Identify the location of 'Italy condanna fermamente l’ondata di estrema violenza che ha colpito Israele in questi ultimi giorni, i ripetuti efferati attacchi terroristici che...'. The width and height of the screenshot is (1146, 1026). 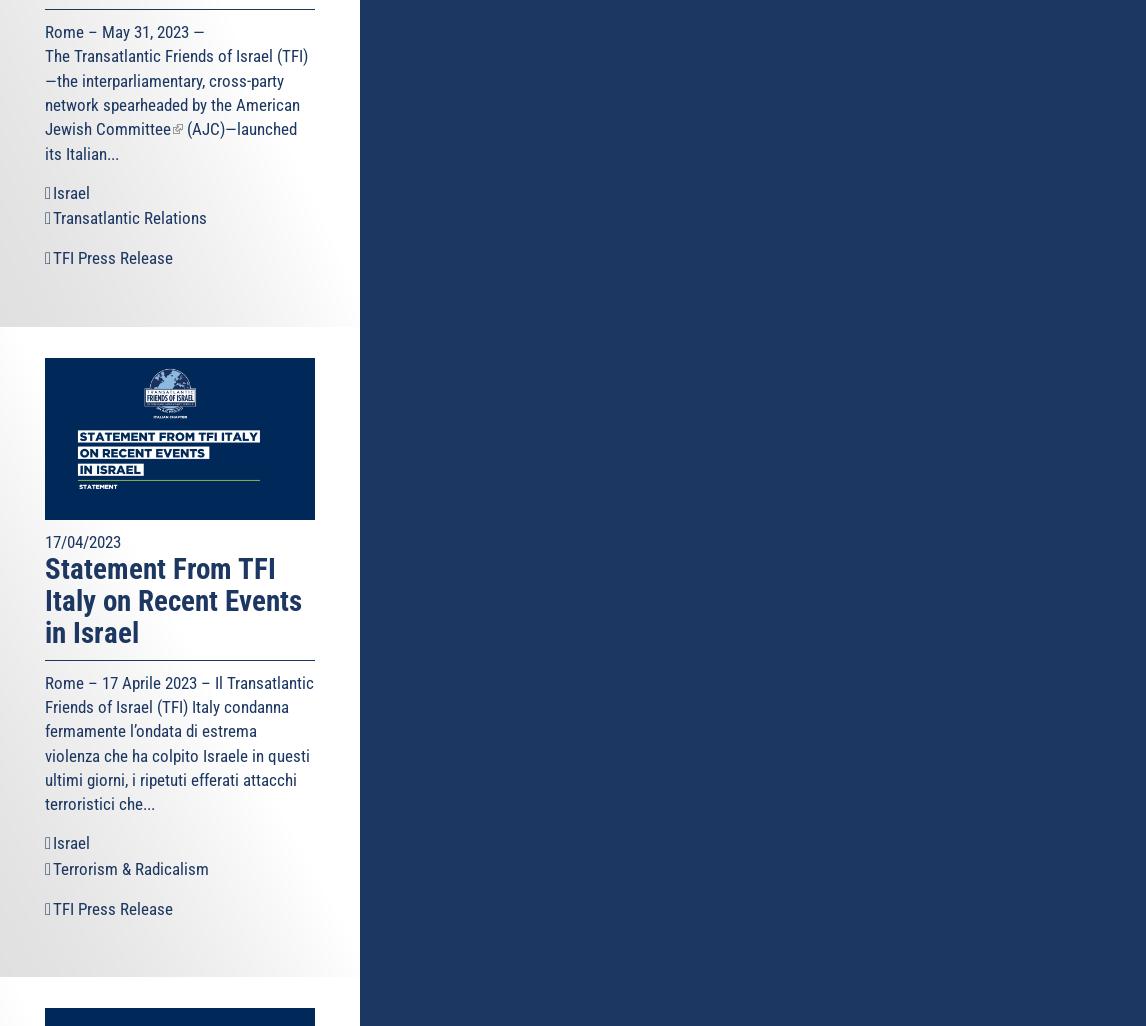
(177, 755).